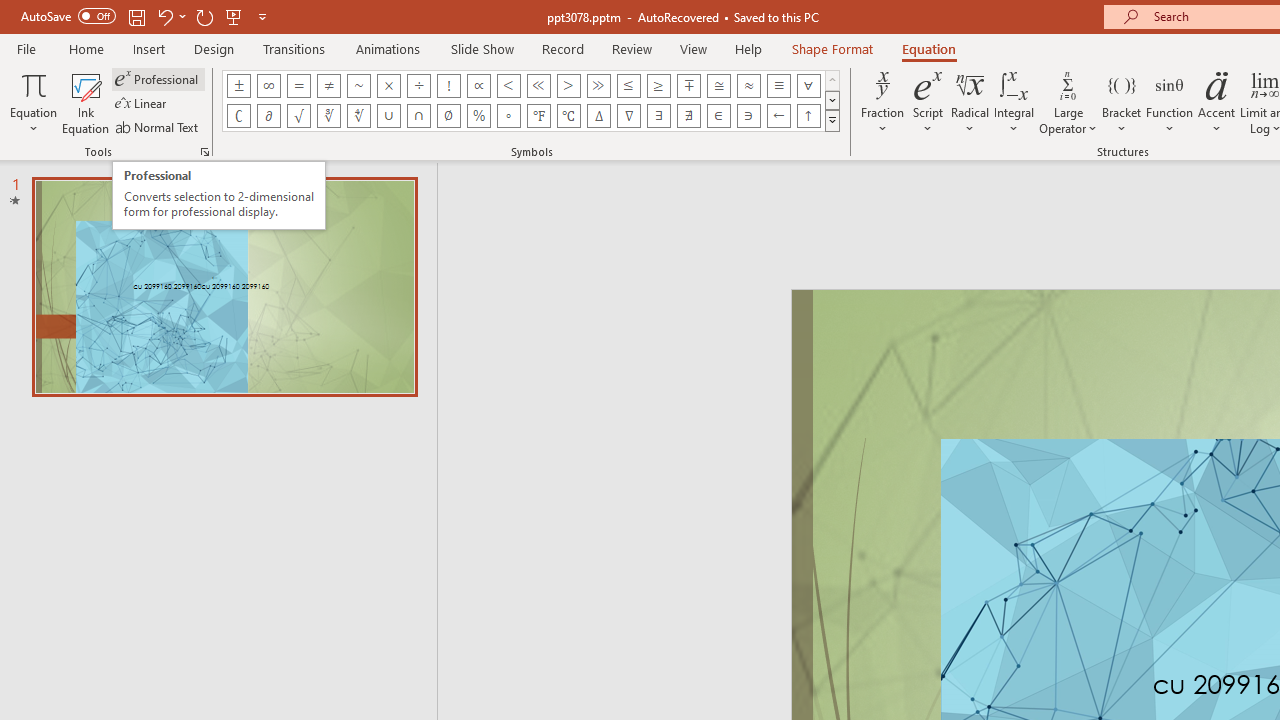 This screenshot has height=720, width=1280. I want to click on 'Linear', so click(141, 103).